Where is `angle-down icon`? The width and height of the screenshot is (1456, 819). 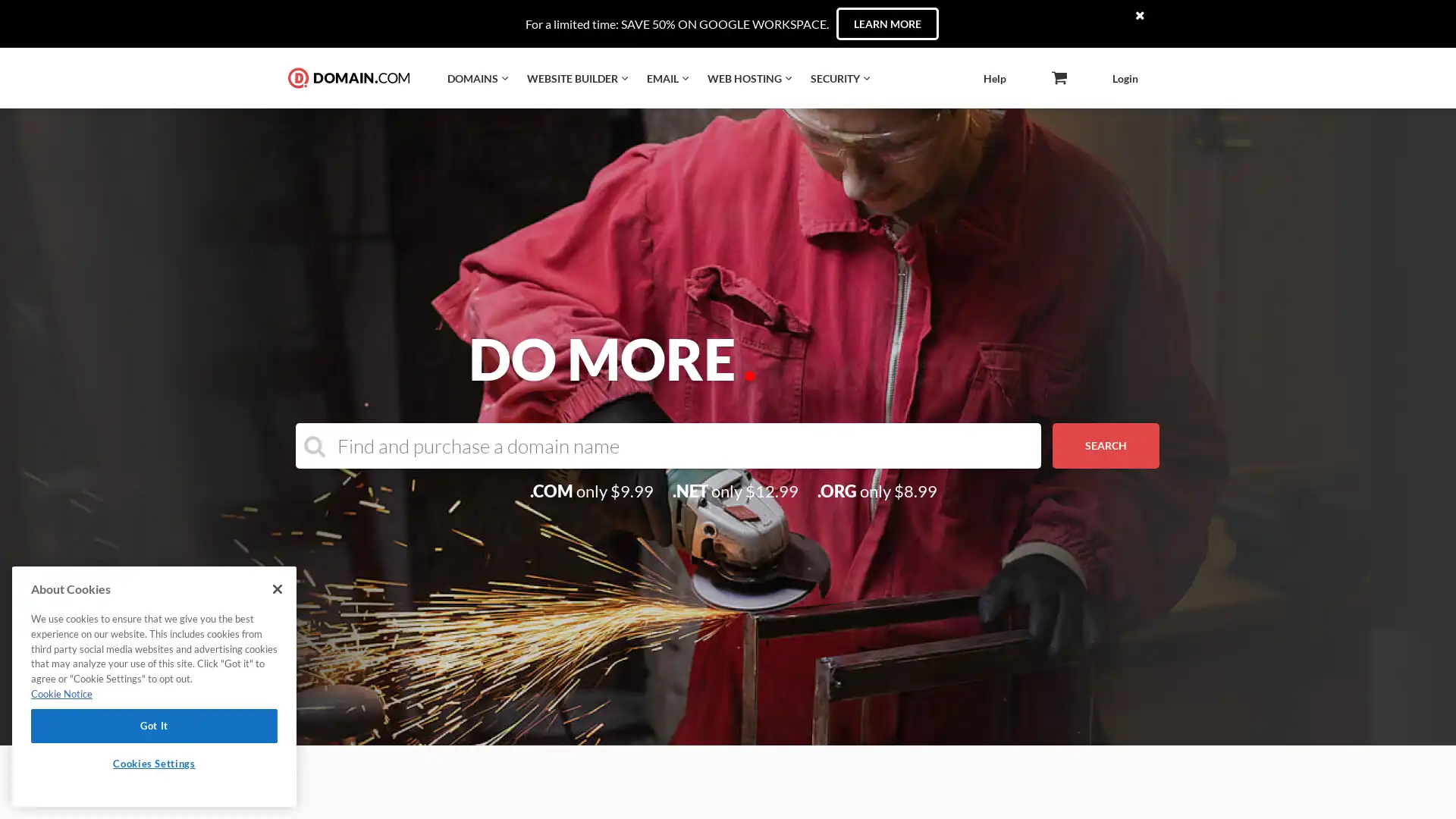 angle-down icon is located at coordinates (1058, 78).